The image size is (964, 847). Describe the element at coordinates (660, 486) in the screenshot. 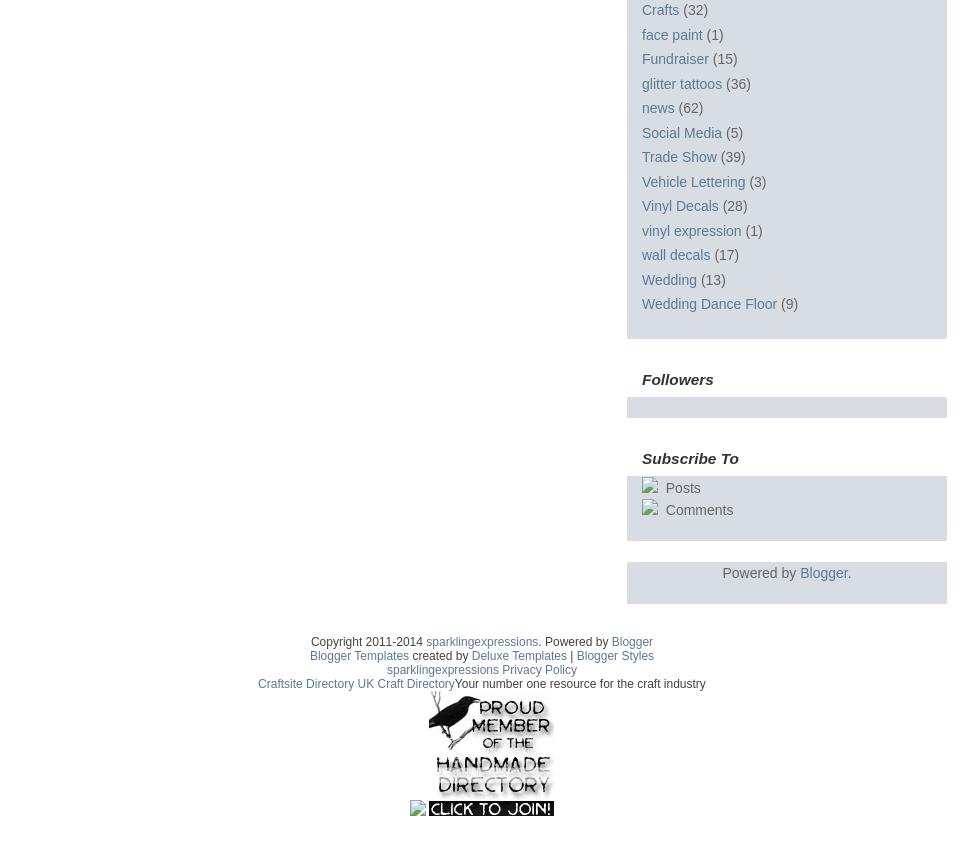

I see `'Posts'` at that location.